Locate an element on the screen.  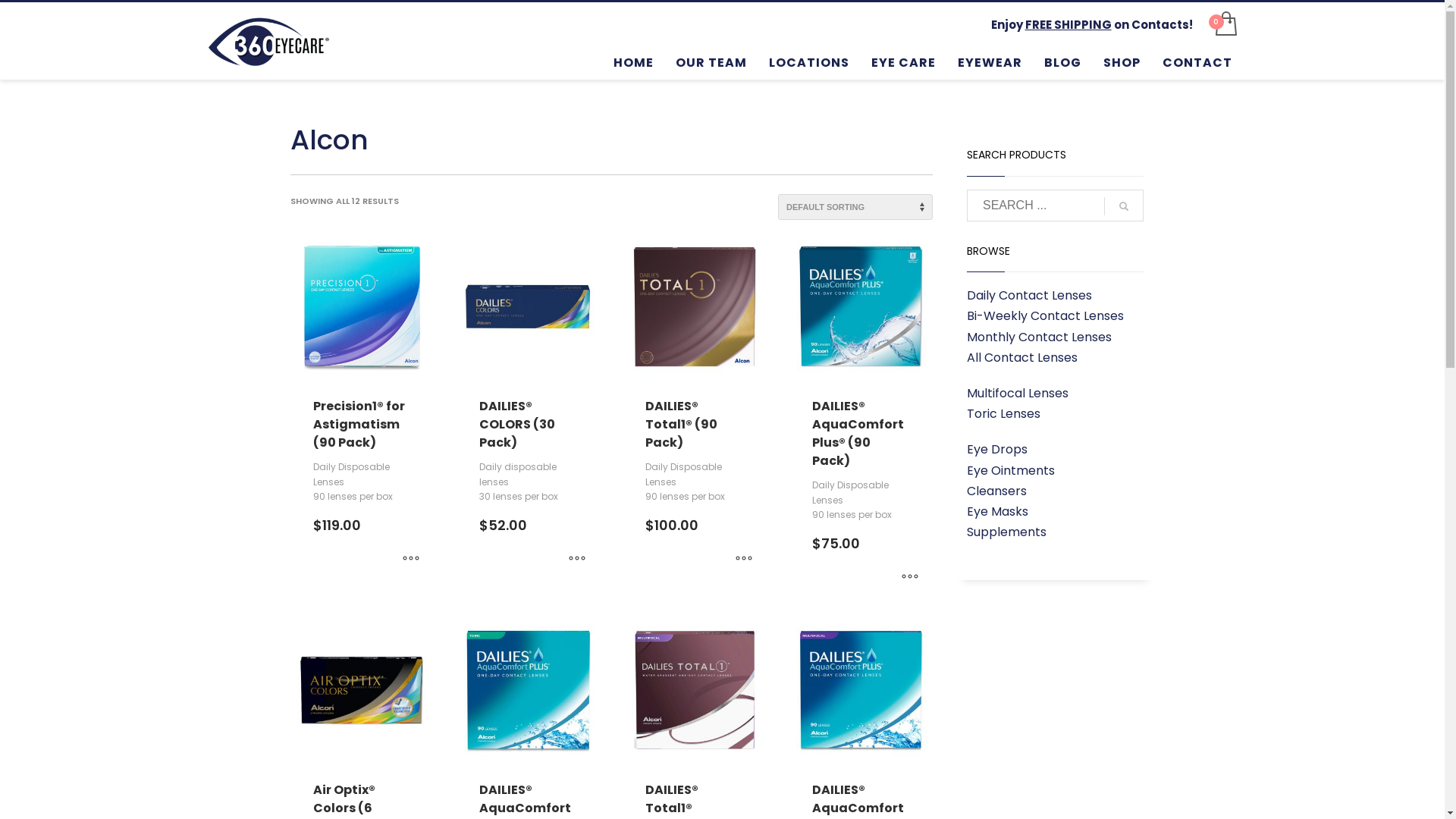
'All Contact Lenses' is located at coordinates (1022, 357).